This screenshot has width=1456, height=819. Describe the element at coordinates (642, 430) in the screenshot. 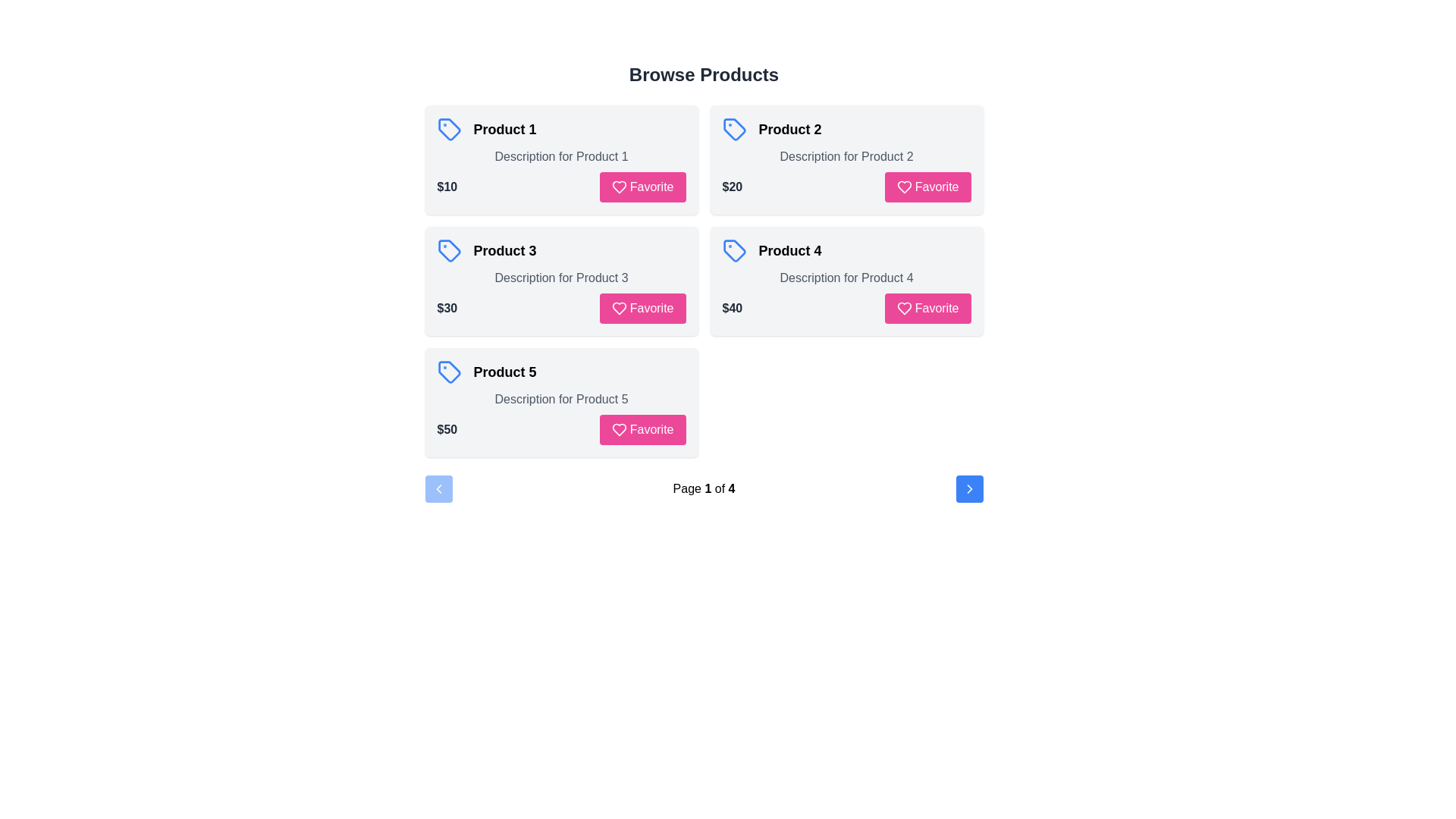

I see `the favorite button located at the bottom right corner of the fifth product card titled 'Product 5' to mark the item as a favorite` at that location.